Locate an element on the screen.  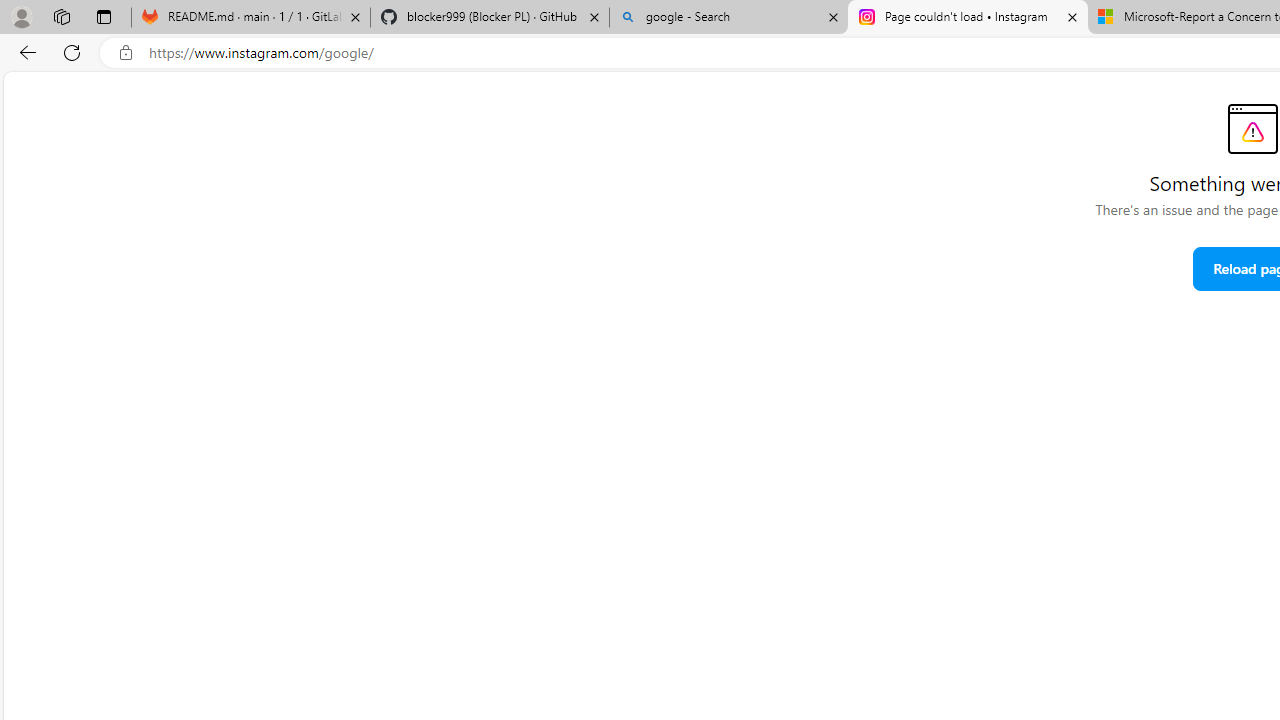
'Workspaces' is located at coordinates (61, 16).